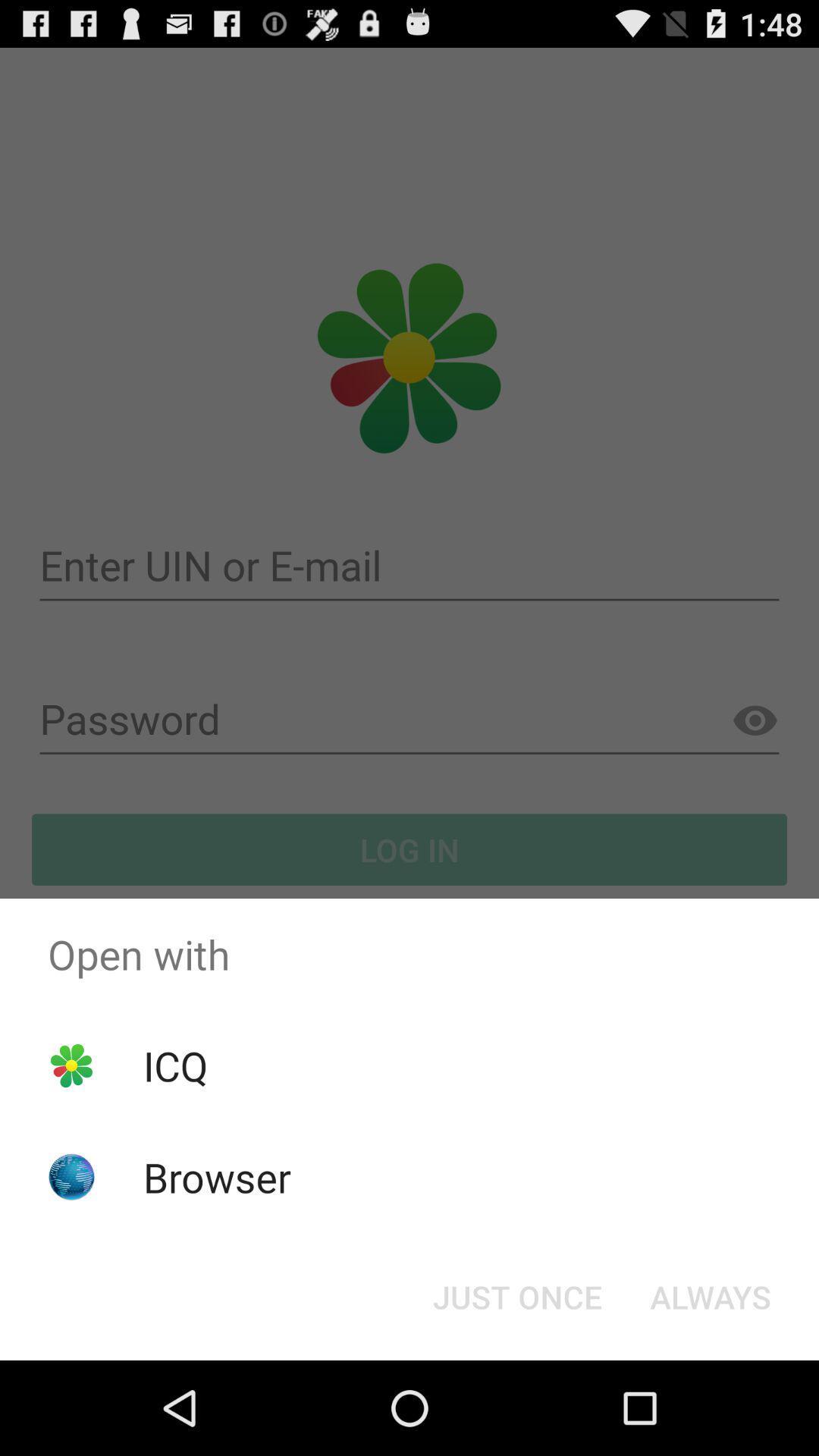 Image resolution: width=819 pixels, height=1456 pixels. What do you see at coordinates (711, 1295) in the screenshot?
I see `the app below the open with` at bounding box center [711, 1295].